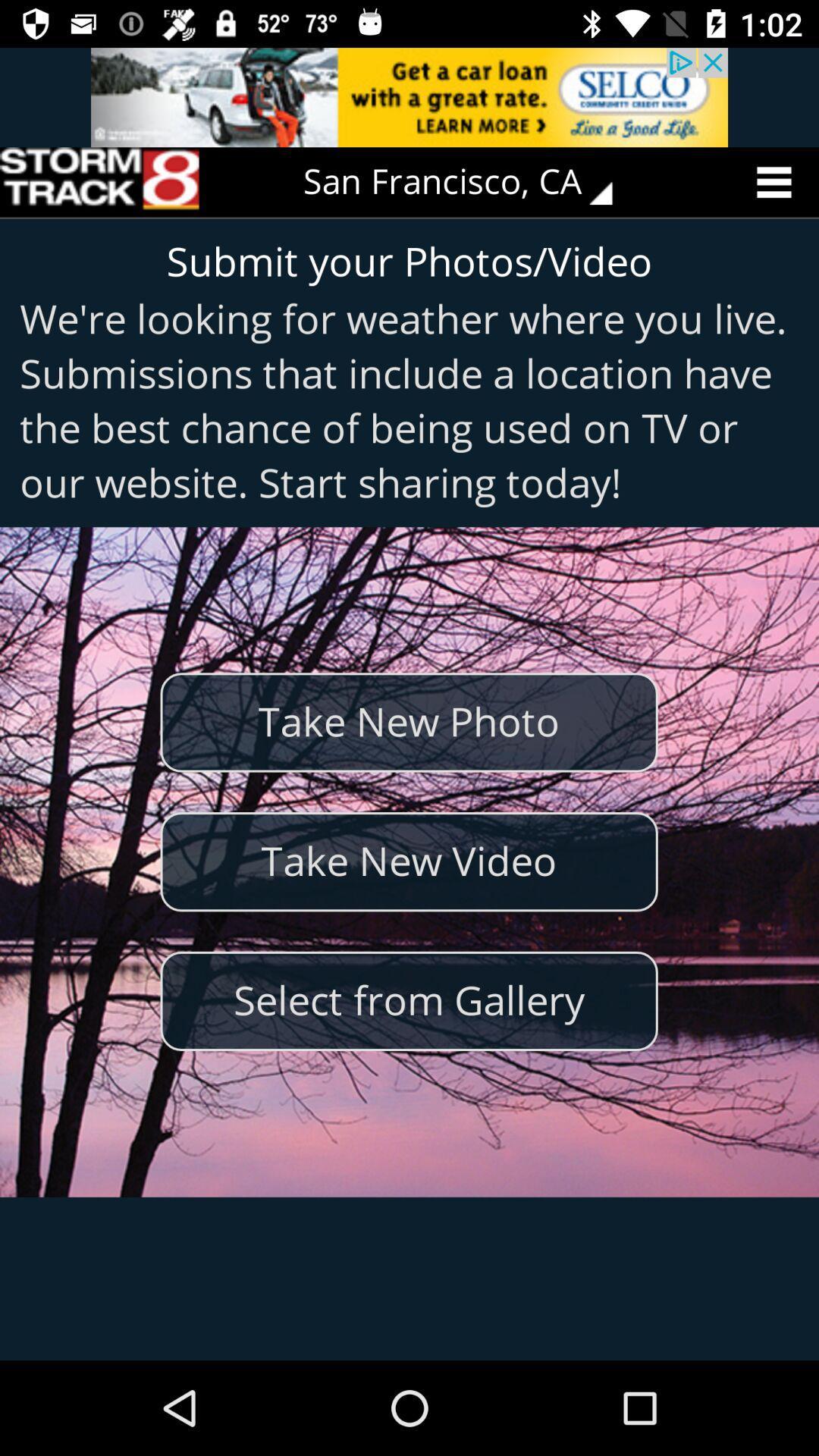 The image size is (819, 1456). I want to click on the icon next to san francisco, ca icon, so click(99, 182).